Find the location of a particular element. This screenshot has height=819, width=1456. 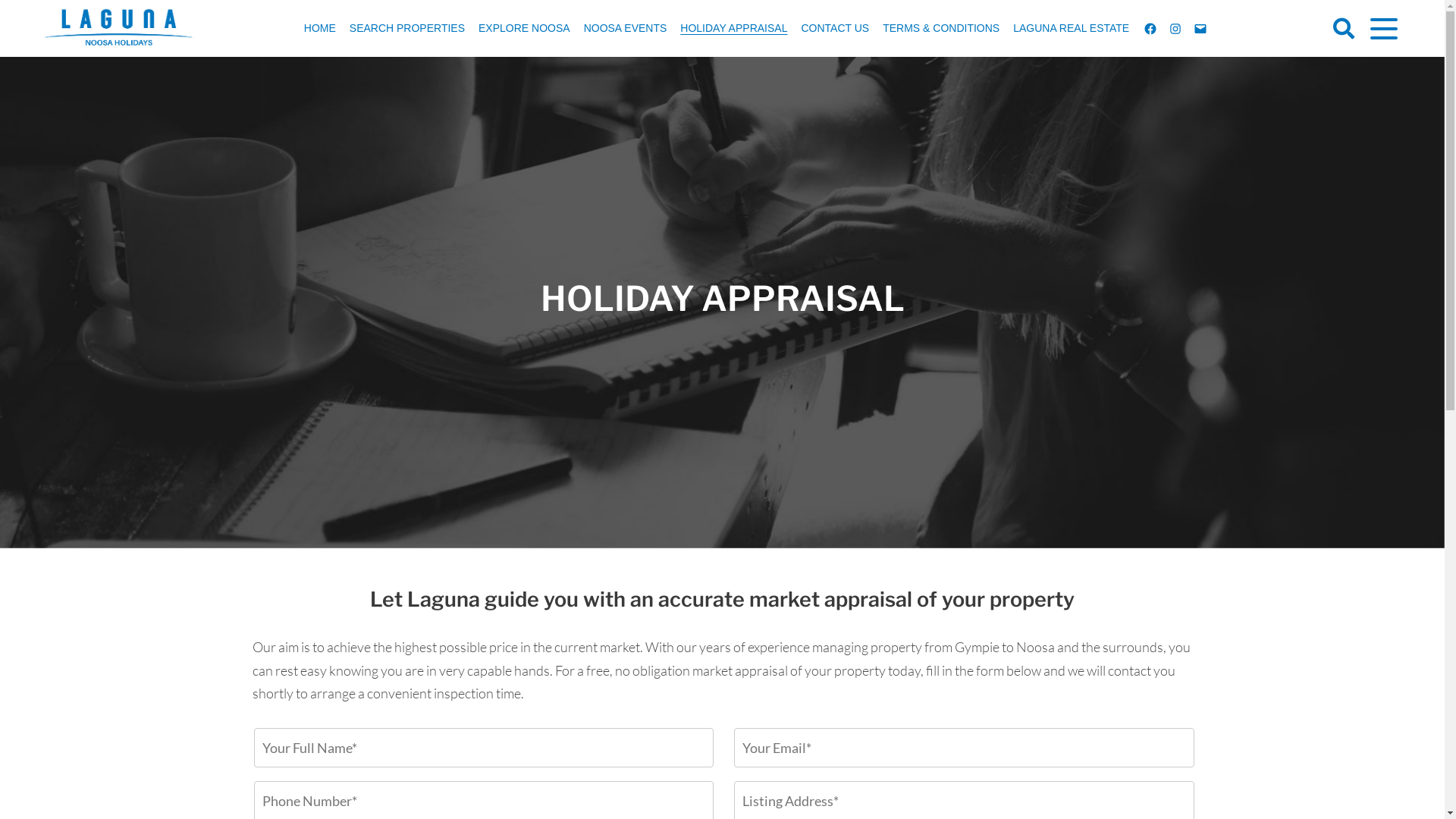

'EMAIL' is located at coordinates (1193, 28).